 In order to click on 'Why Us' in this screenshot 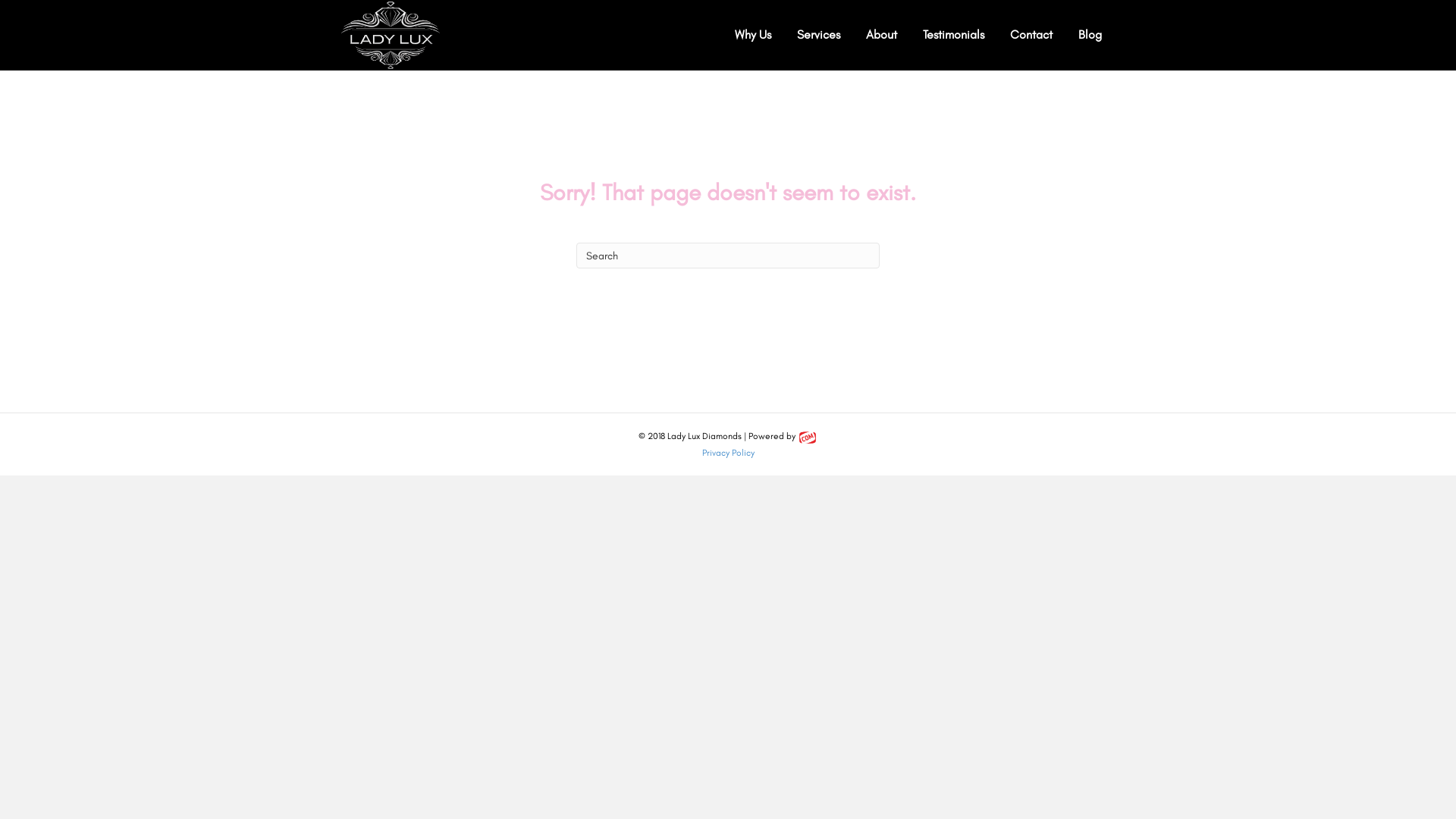, I will do `click(753, 34)`.